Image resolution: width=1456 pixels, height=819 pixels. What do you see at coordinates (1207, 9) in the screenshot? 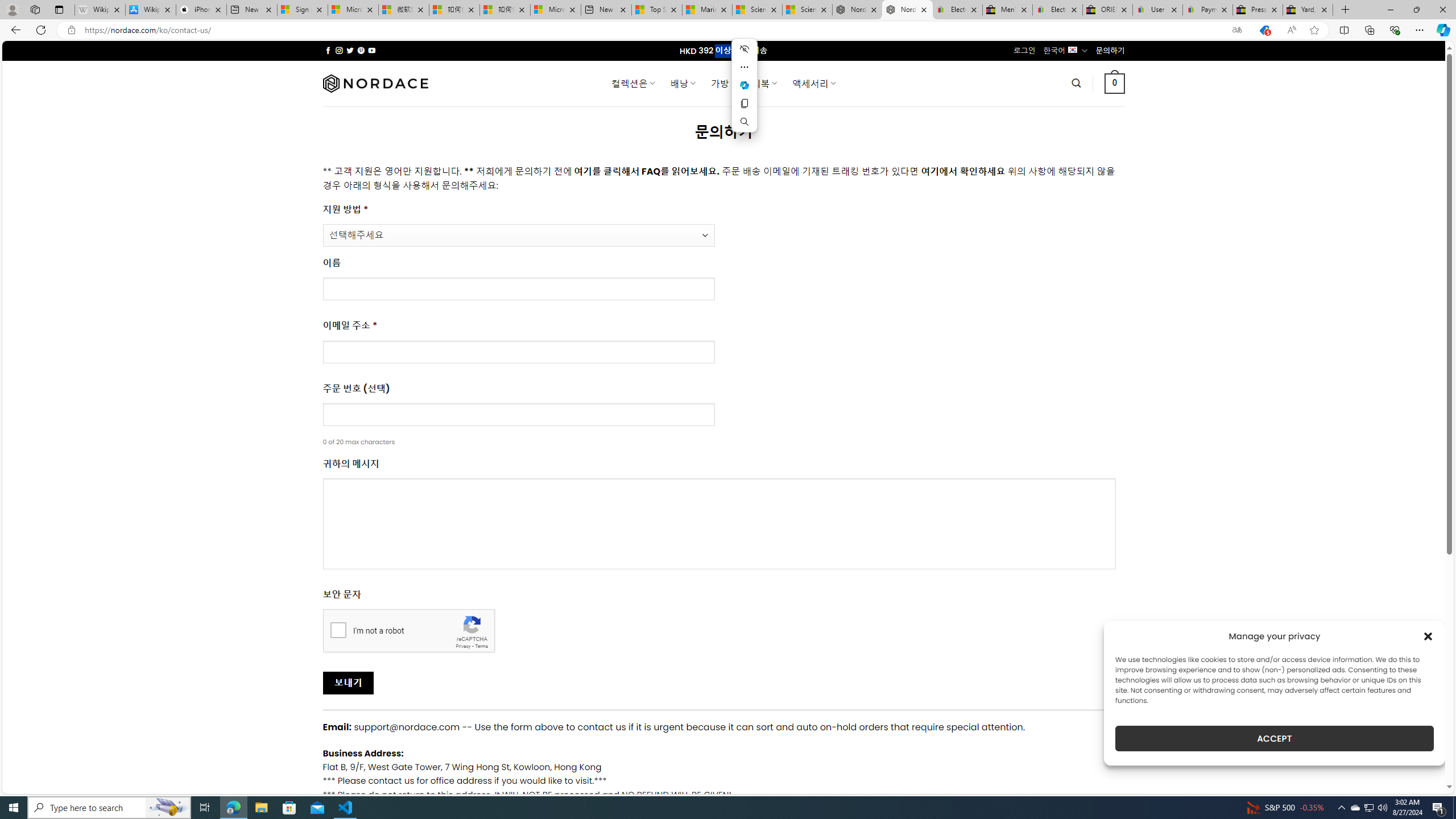
I see `'Payments Terms of Use | eBay.com'` at bounding box center [1207, 9].